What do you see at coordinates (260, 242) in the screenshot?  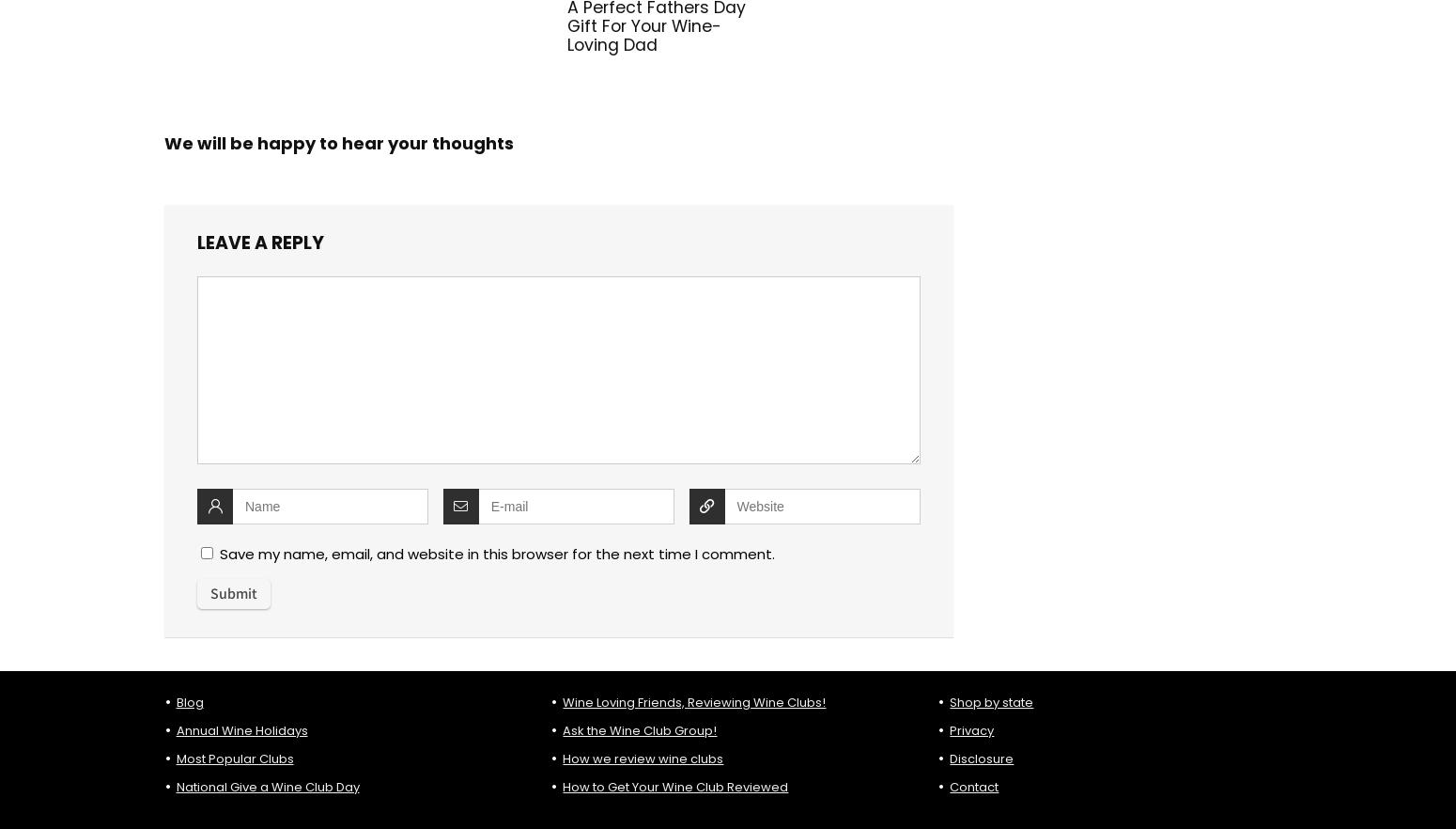 I see `'Leave a reply'` at bounding box center [260, 242].